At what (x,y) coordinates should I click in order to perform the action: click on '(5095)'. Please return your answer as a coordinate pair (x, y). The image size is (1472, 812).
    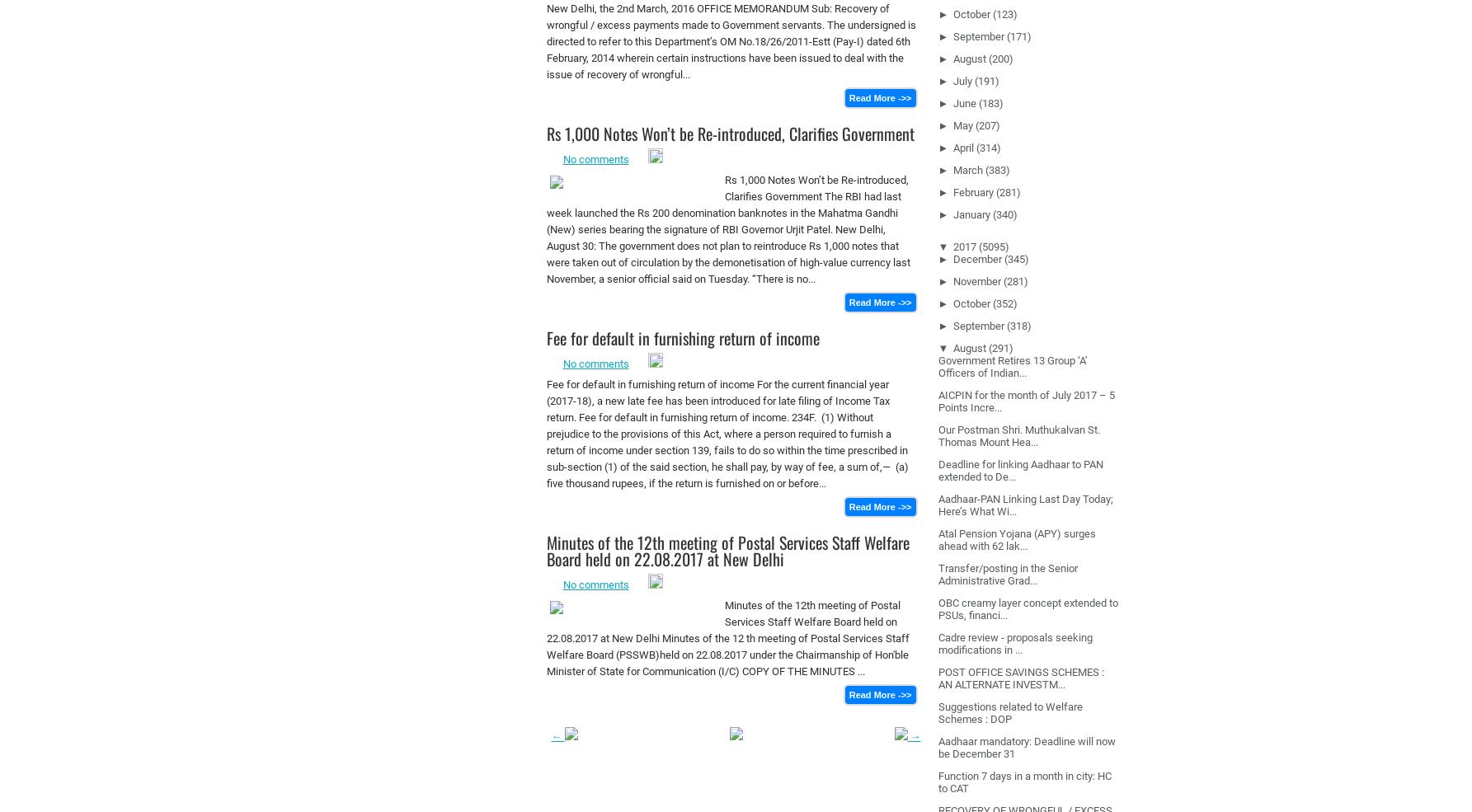
    Looking at the image, I should click on (978, 246).